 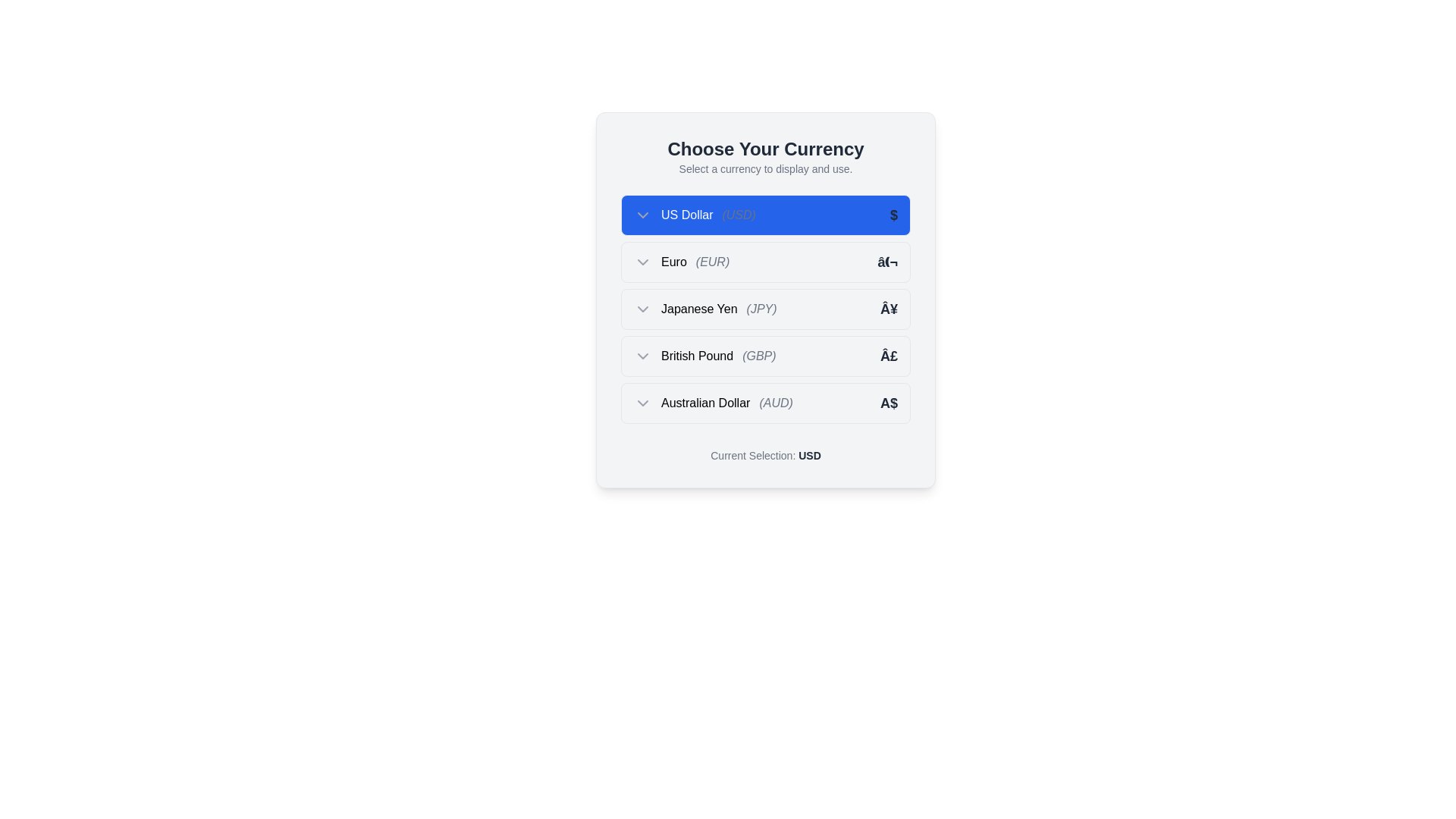 What do you see at coordinates (643, 356) in the screenshot?
I see `the dropdown indicator icon located at the leftmost side of the row for the 'British Pound (GBP)'` at bounding box center [643, 356].